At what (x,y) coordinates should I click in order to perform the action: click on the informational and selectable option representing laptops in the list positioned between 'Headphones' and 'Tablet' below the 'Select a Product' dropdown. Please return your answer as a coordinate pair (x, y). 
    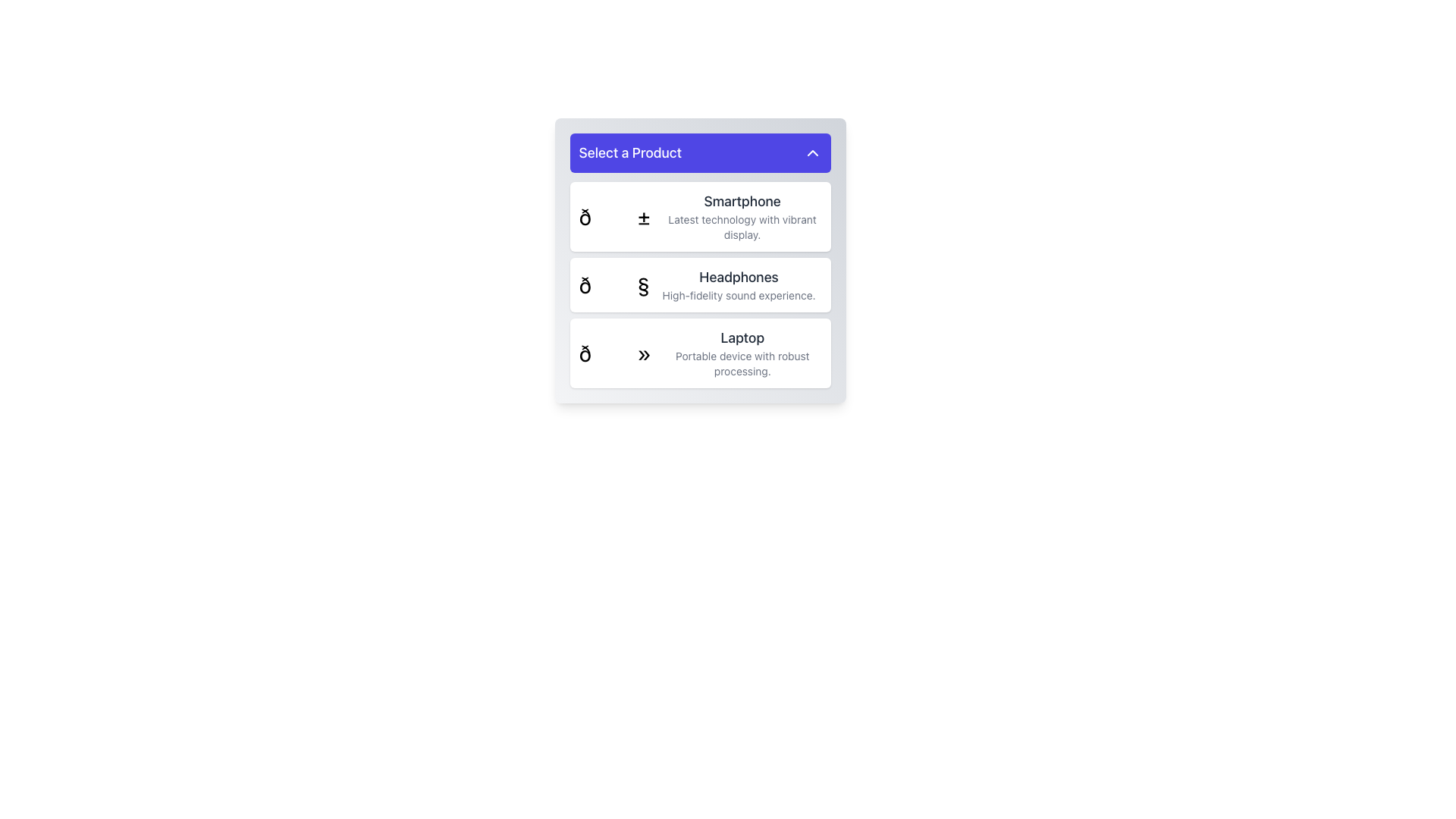
    Looking at the image, I should click on (742, 353).